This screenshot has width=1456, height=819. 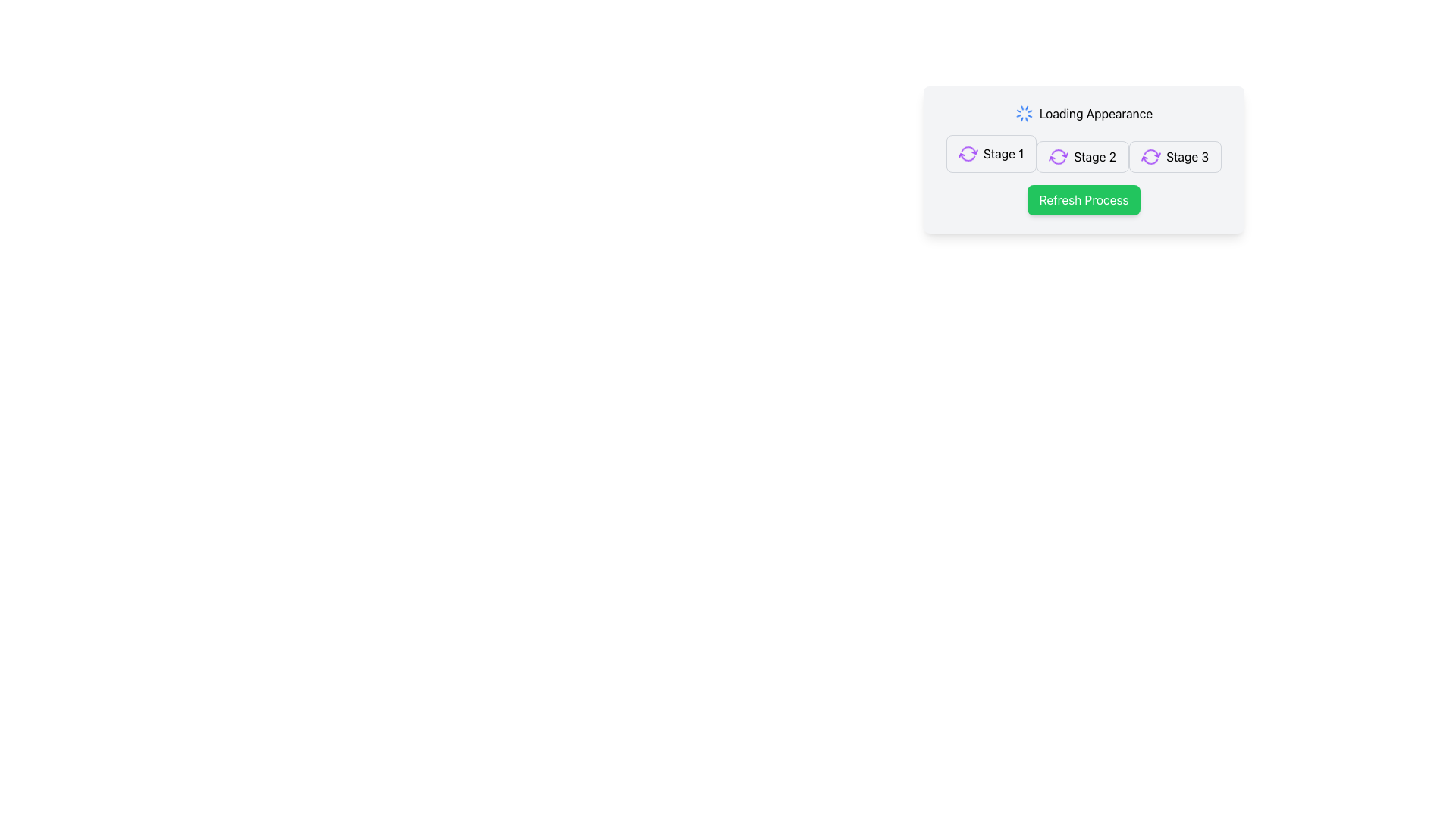 I want to click on the status label indicating an ongoing process, which is centrally located above the stage buttons in the interface panel, so click(x=1096, y=113).